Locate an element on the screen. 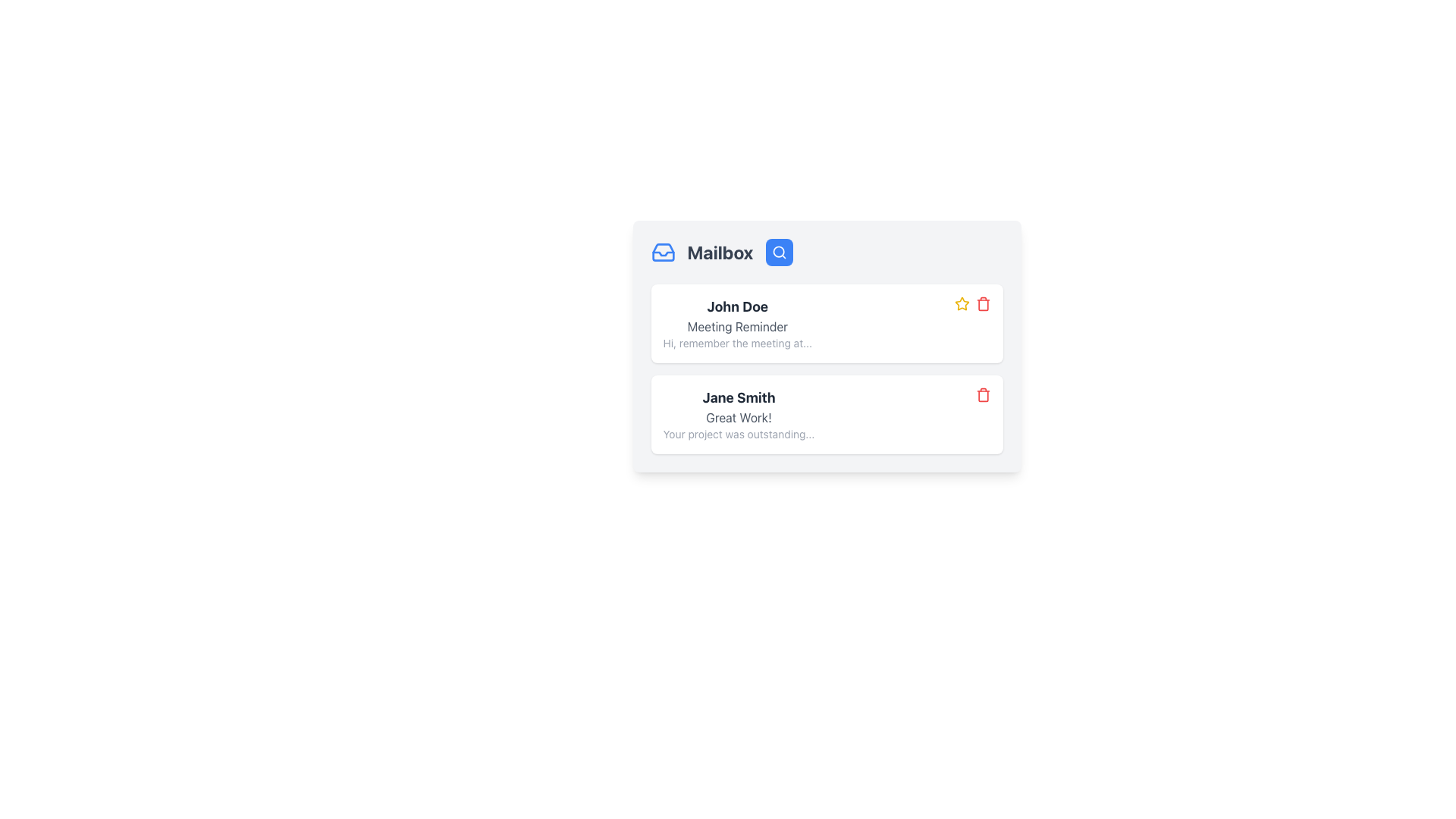 Image resolution: width=1456 pixels, height=819 pixels. the static text label indicating 'Mailbox', which is located between a blue mailbox icon and a circular search icon in the header bar is located at coordinates (720, 251).